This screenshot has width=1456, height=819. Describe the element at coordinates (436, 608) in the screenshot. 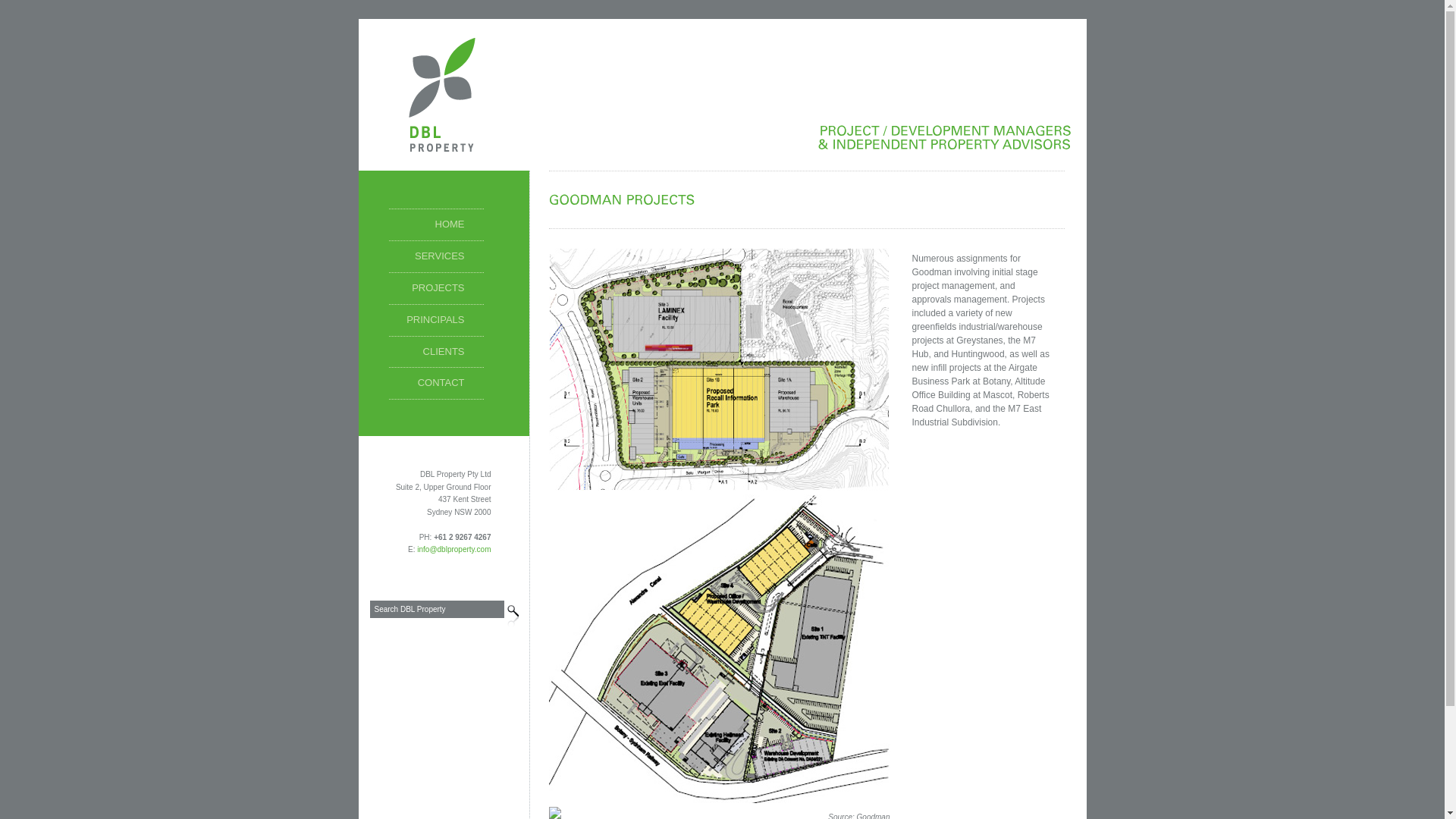

I see `'Search DBL Property'` at that location.